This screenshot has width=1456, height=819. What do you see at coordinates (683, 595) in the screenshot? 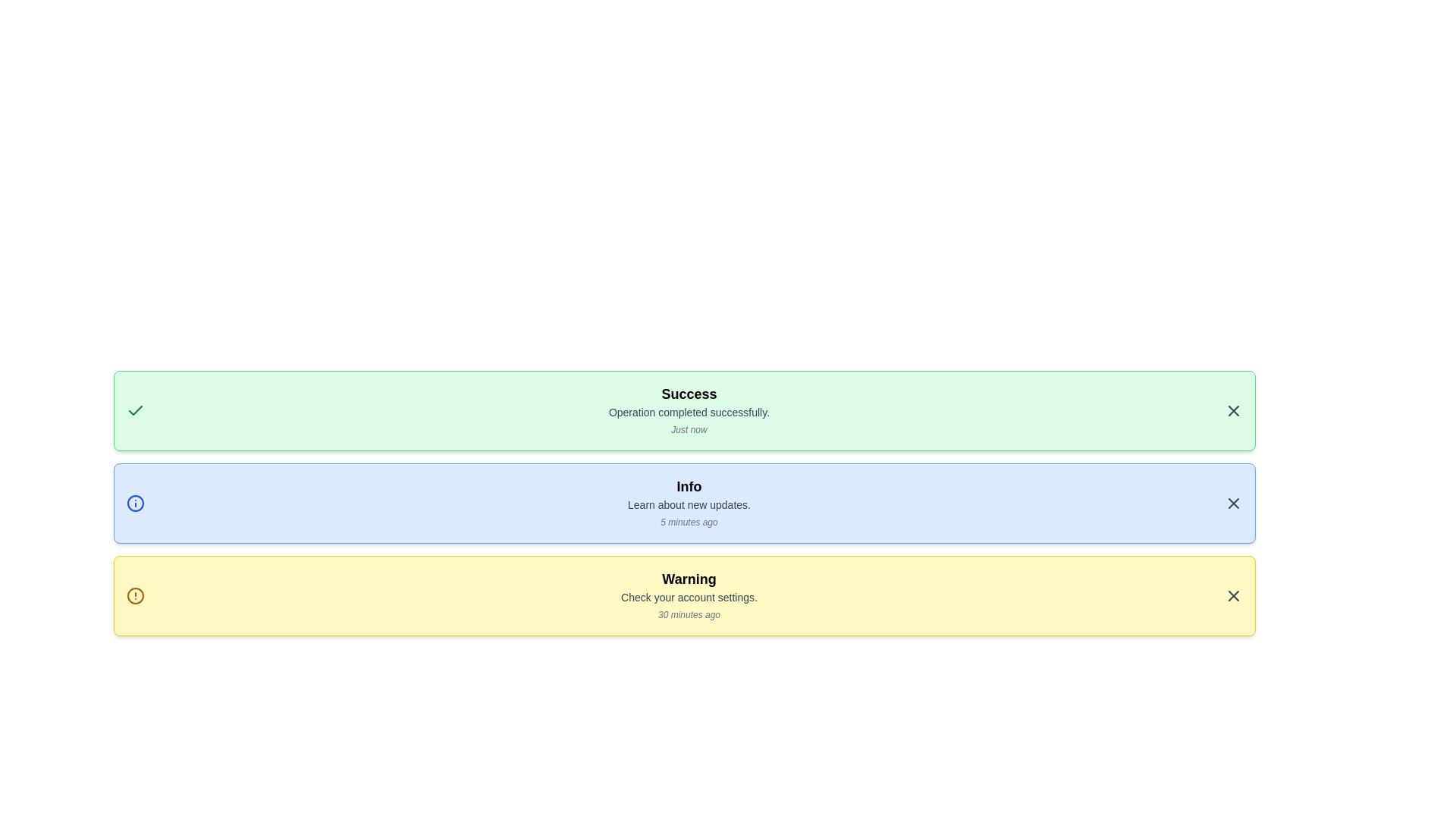
I see `the notification content for warning type` at bounding box center [683, 595].